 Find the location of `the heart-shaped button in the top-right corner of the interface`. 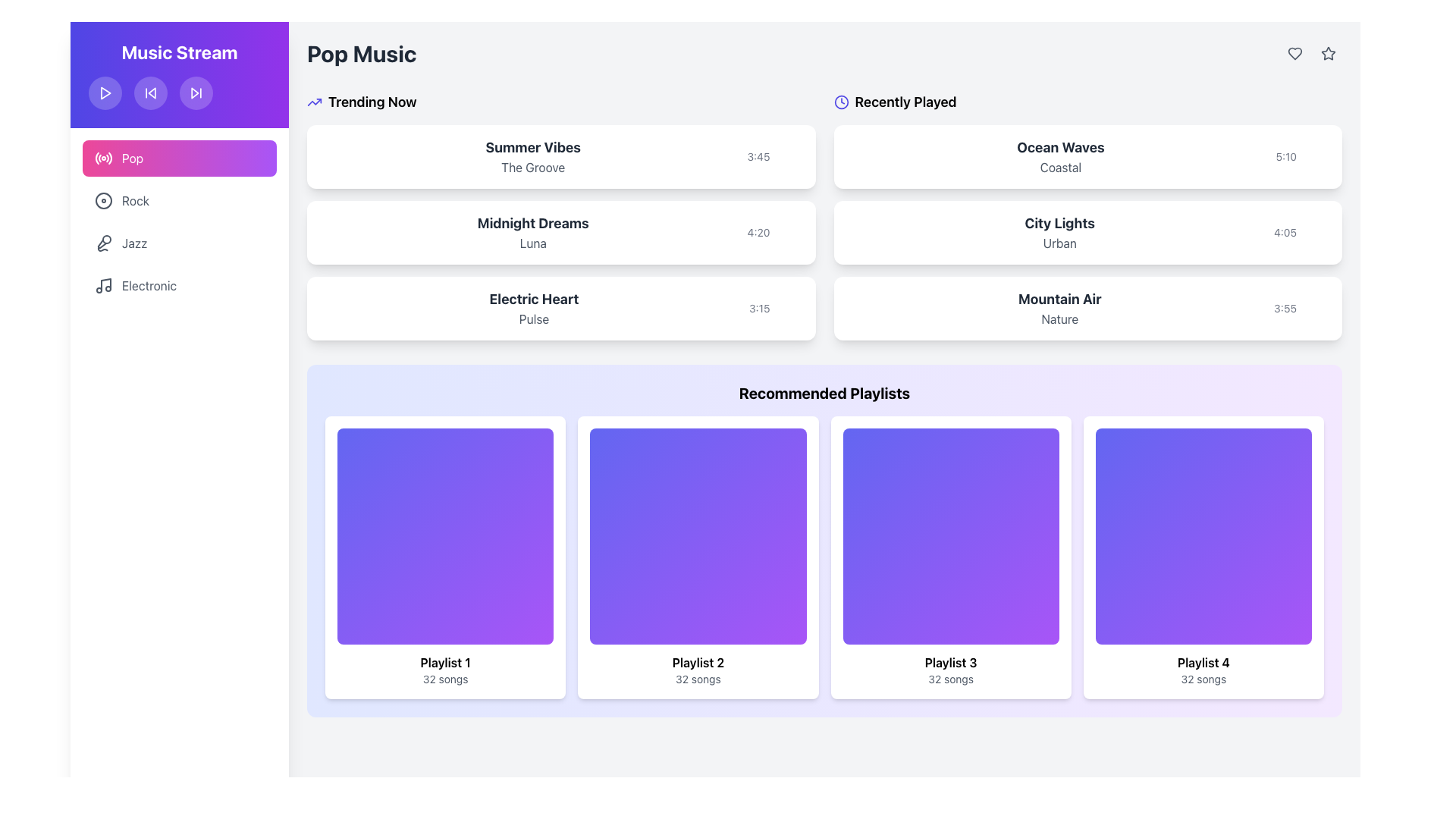

the heart-shaped button in the top-right corner of the interface is located at coordinates (1294, 52).